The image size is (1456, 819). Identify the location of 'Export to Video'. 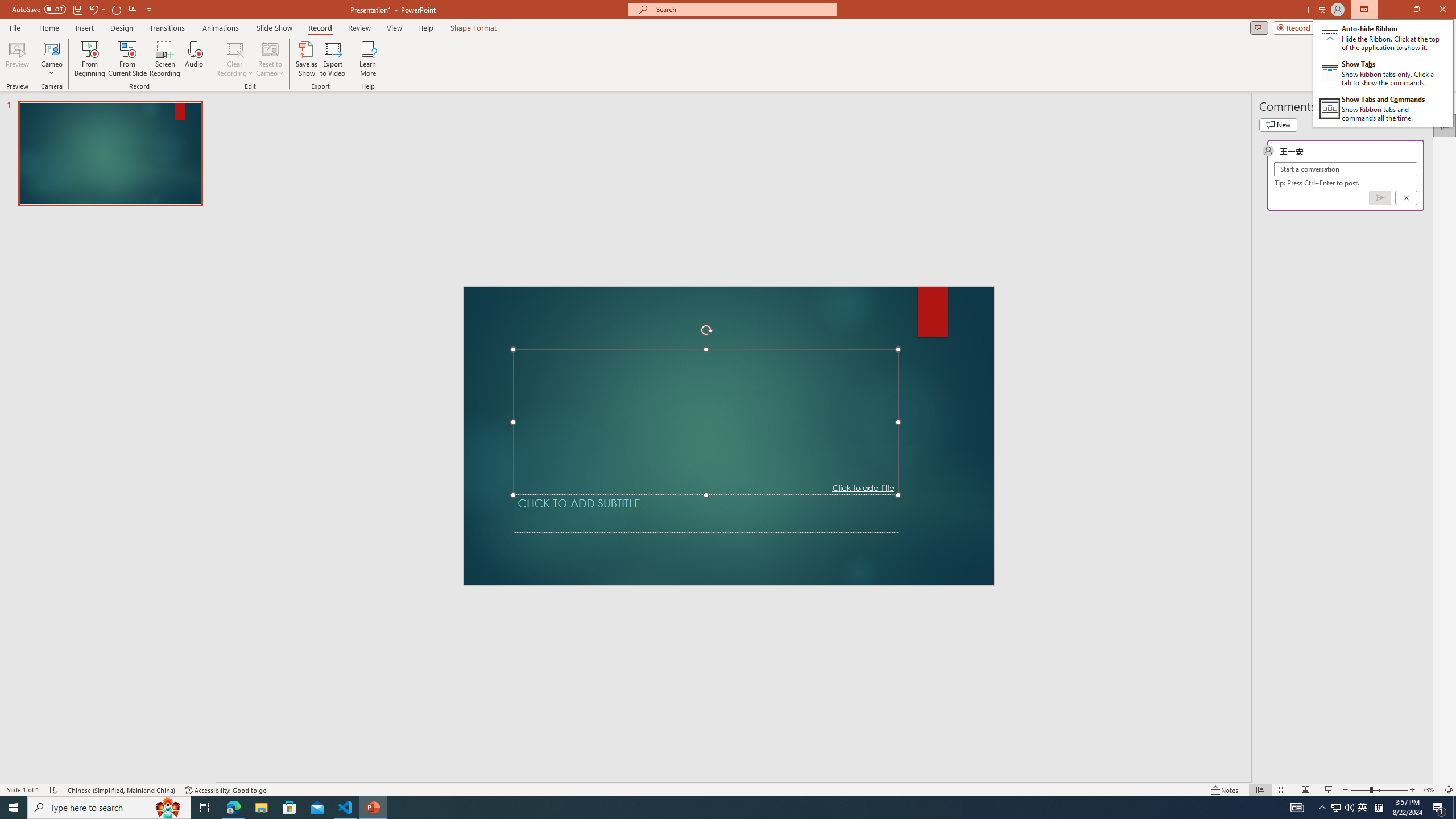
(332, 59).